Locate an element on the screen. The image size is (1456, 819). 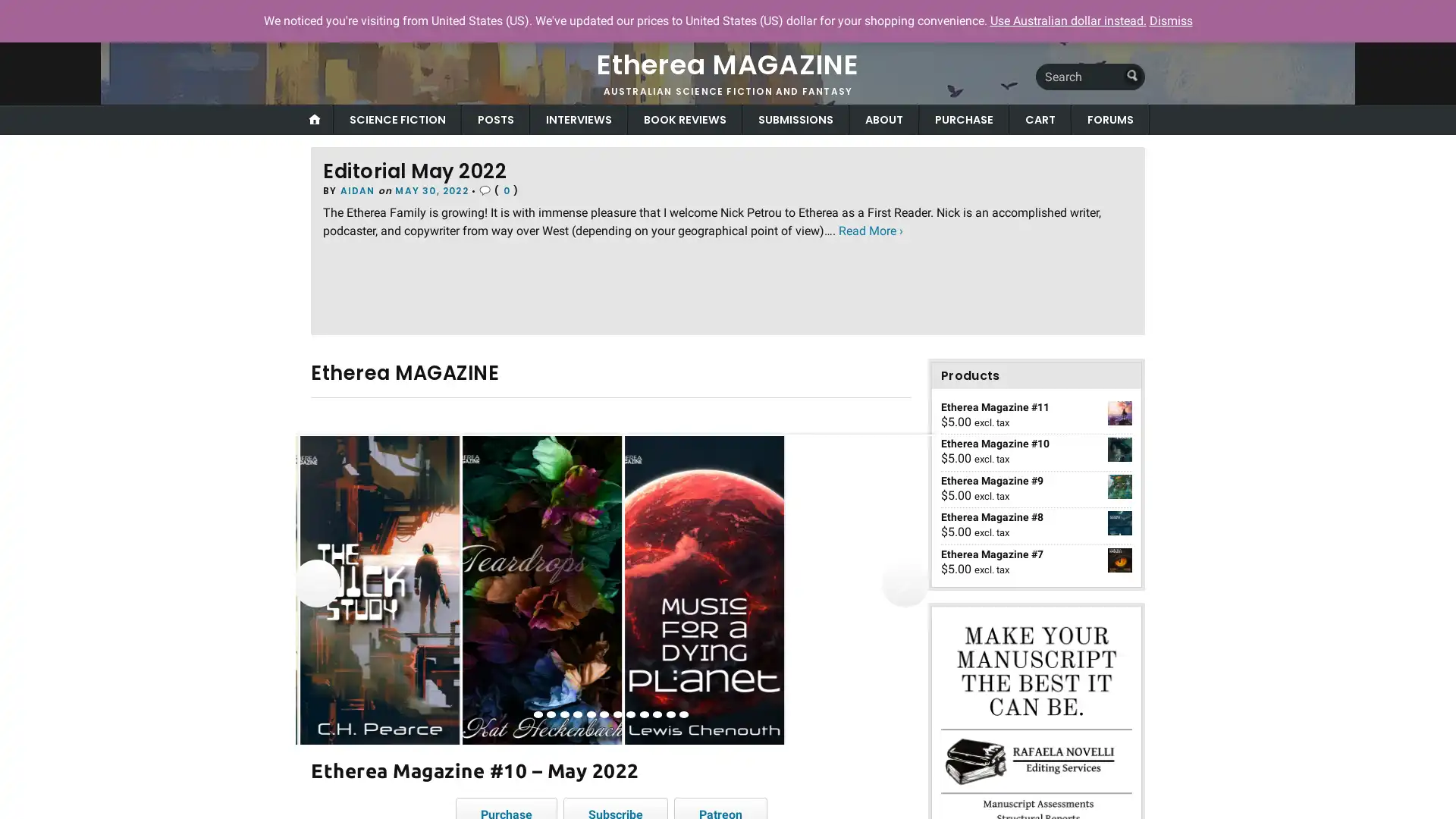
view image 11 of 12 in carousel is located at coordinates (669, 714).